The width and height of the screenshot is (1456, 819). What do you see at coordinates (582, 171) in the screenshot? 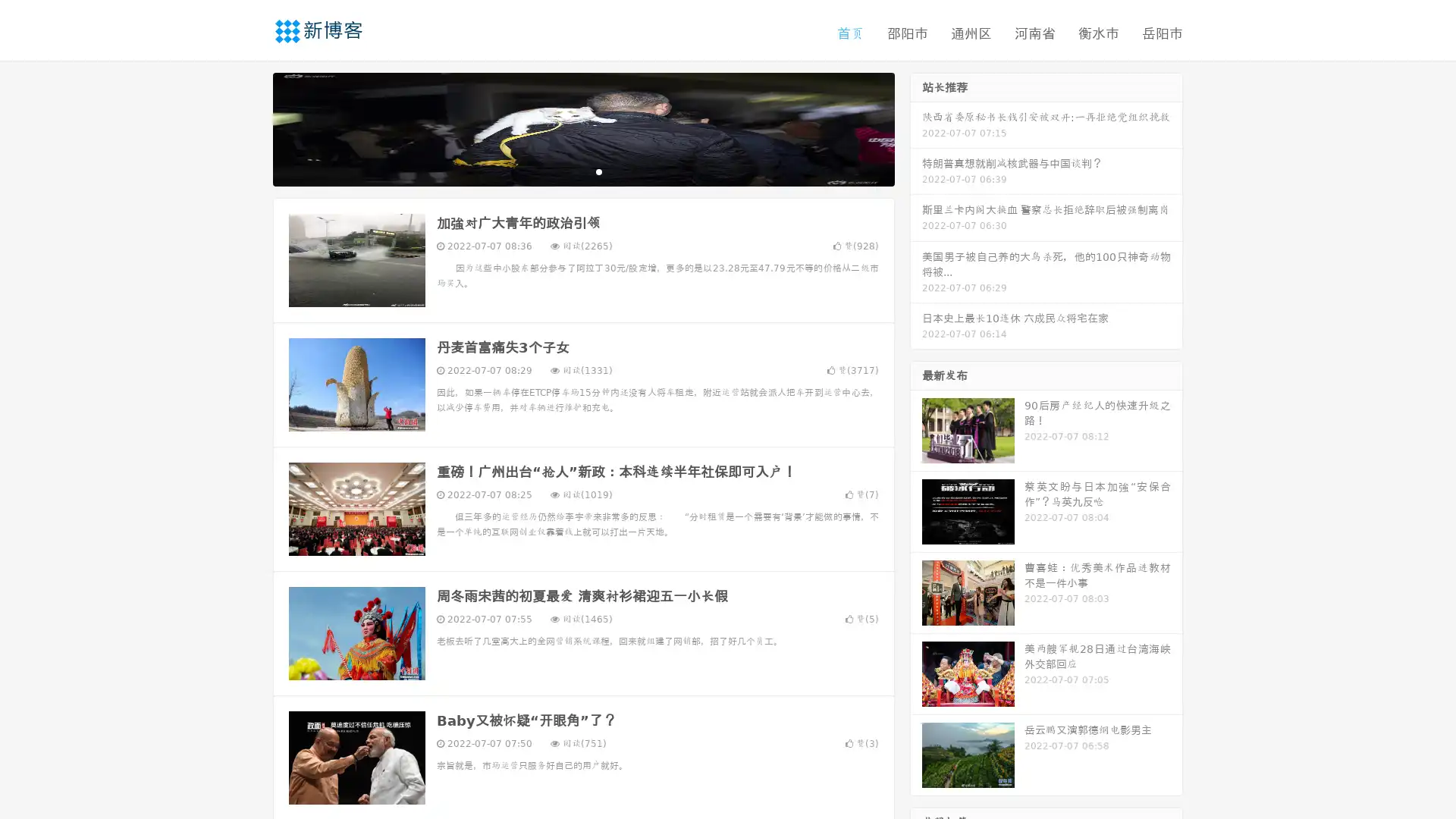
I see `Go to slide 2` at bounding box center [582, 171].